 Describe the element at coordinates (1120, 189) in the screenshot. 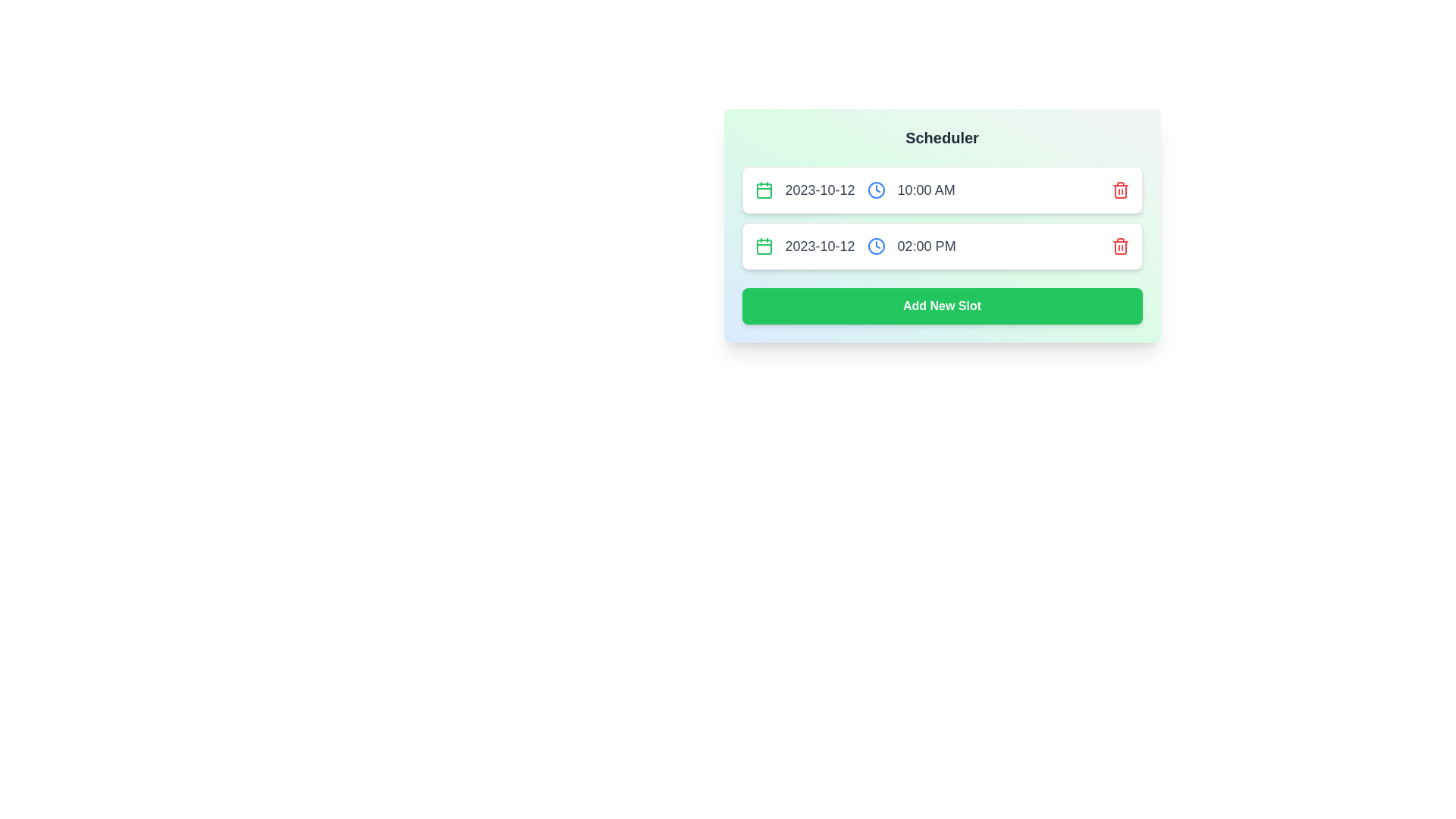

I see `the trash icon for the slot with date 2023-10-12 and time 10:00 AM` at that location.